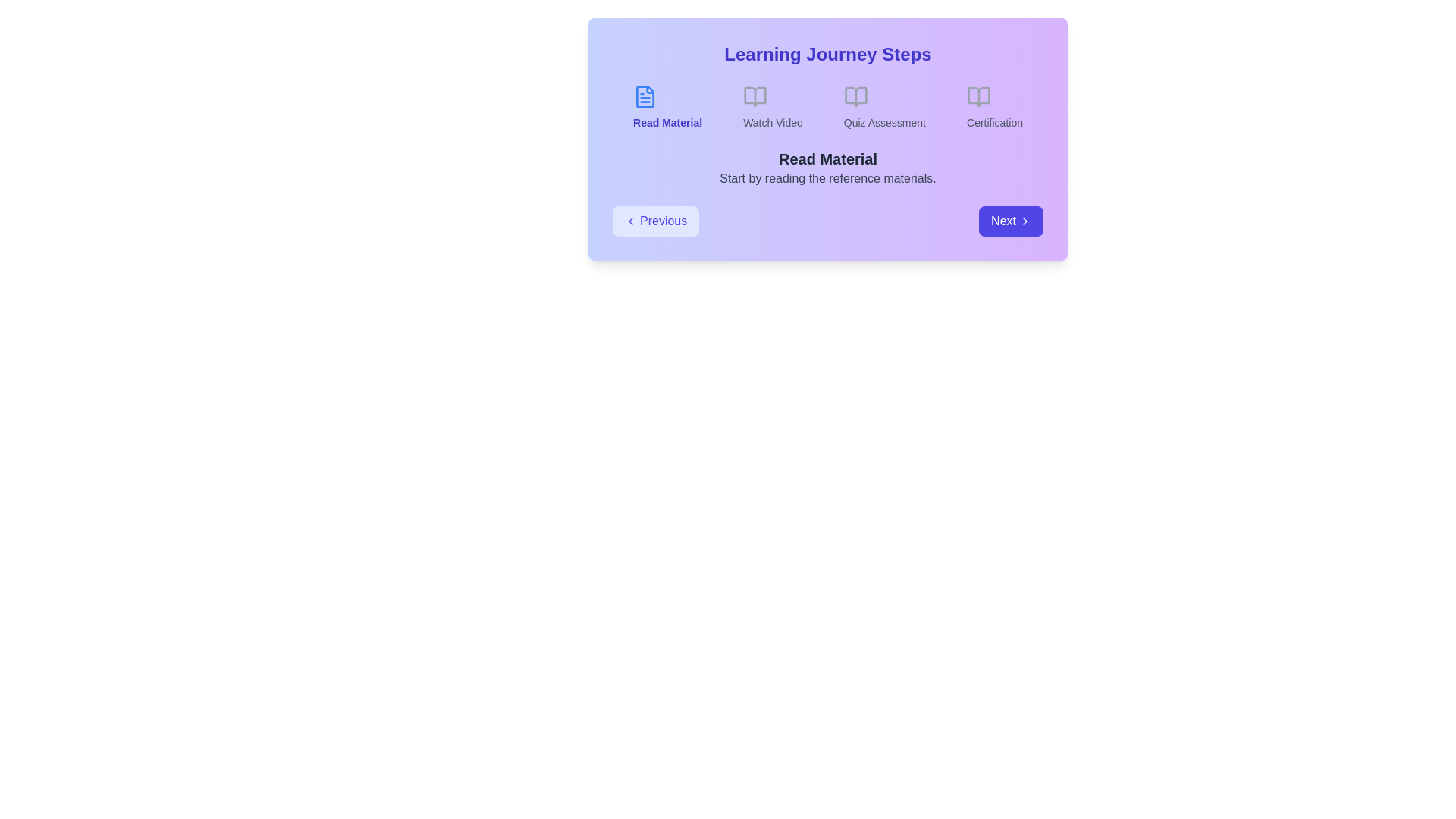 The height and width of the screenshot is (819, 1456). What do you see at coordinates (1011, 221) in the screenshot?
I see `the 'Next' navigation button located at the bottom-right of the central card to advance to the next step` at bounding box center [1011, 221].